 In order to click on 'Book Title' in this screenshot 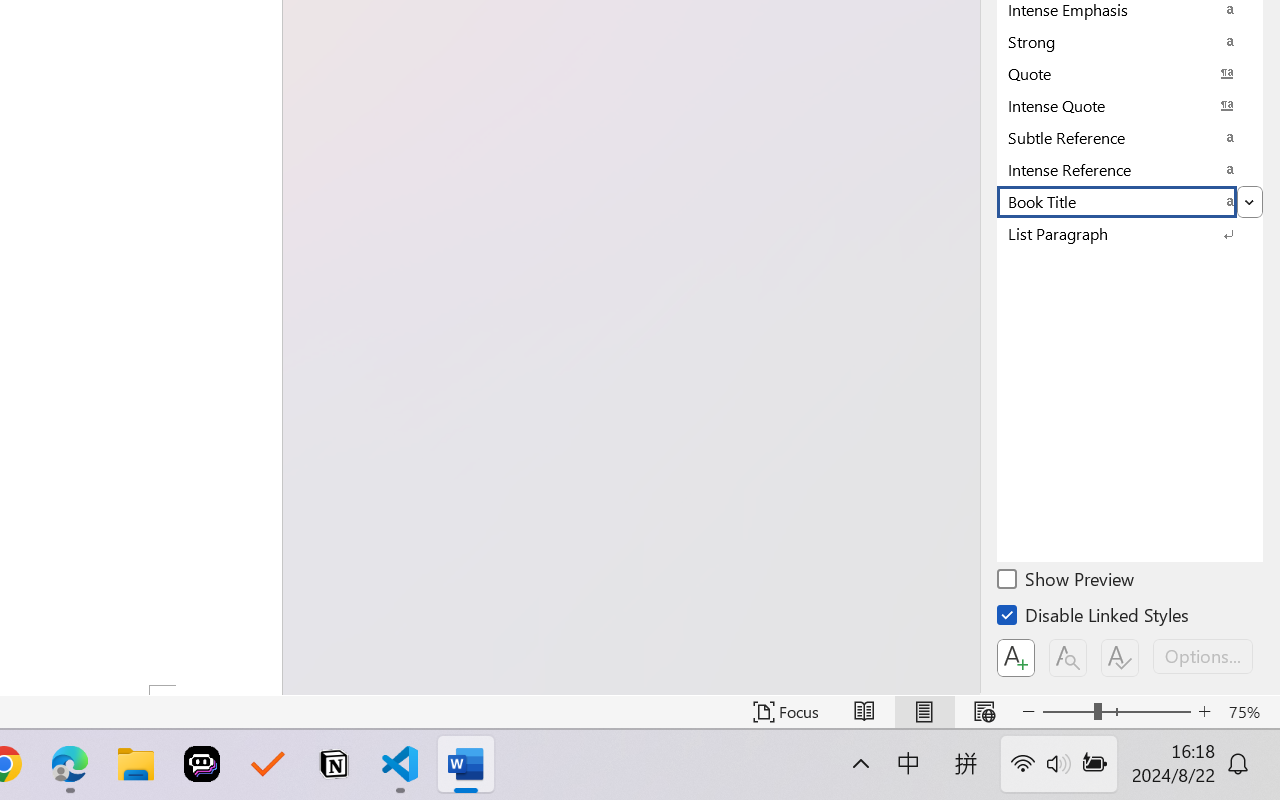, I will do `click(1130, 201)`.